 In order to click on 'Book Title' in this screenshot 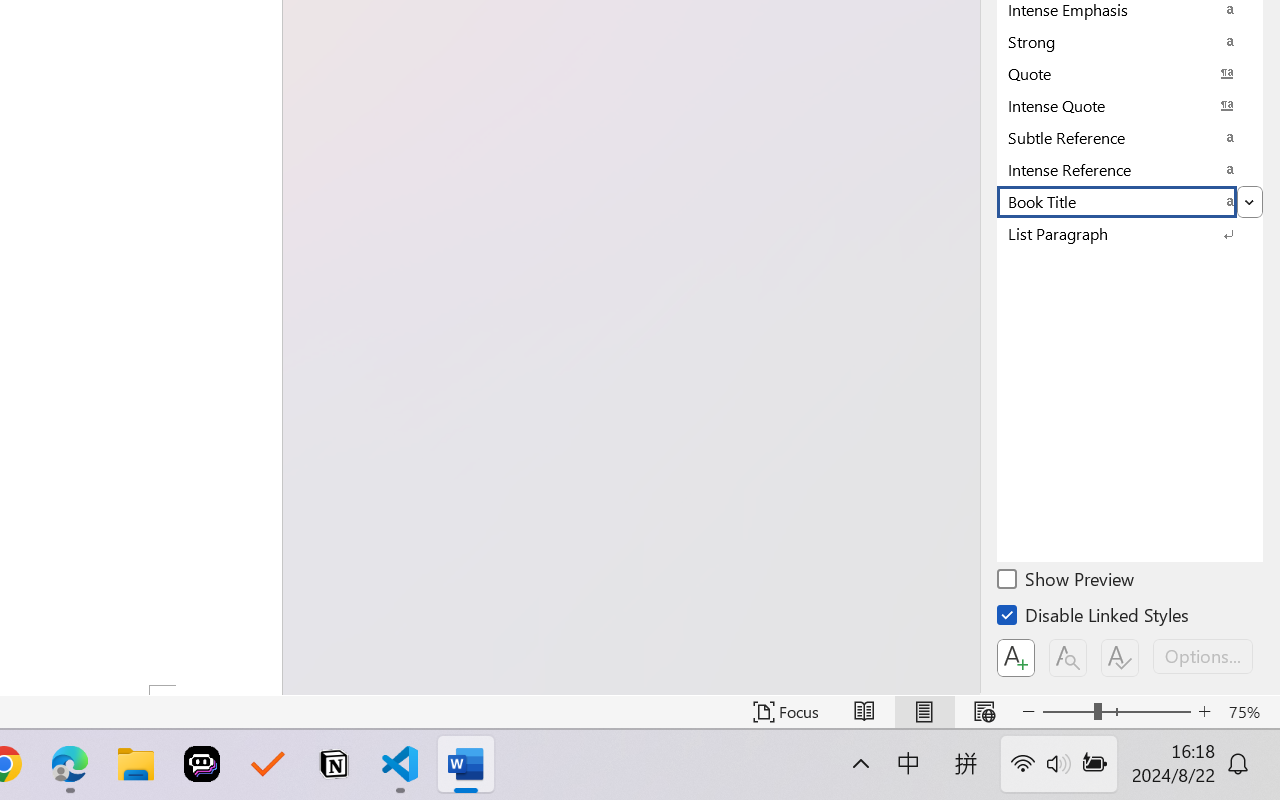, I will do `click(1130, 201)`.